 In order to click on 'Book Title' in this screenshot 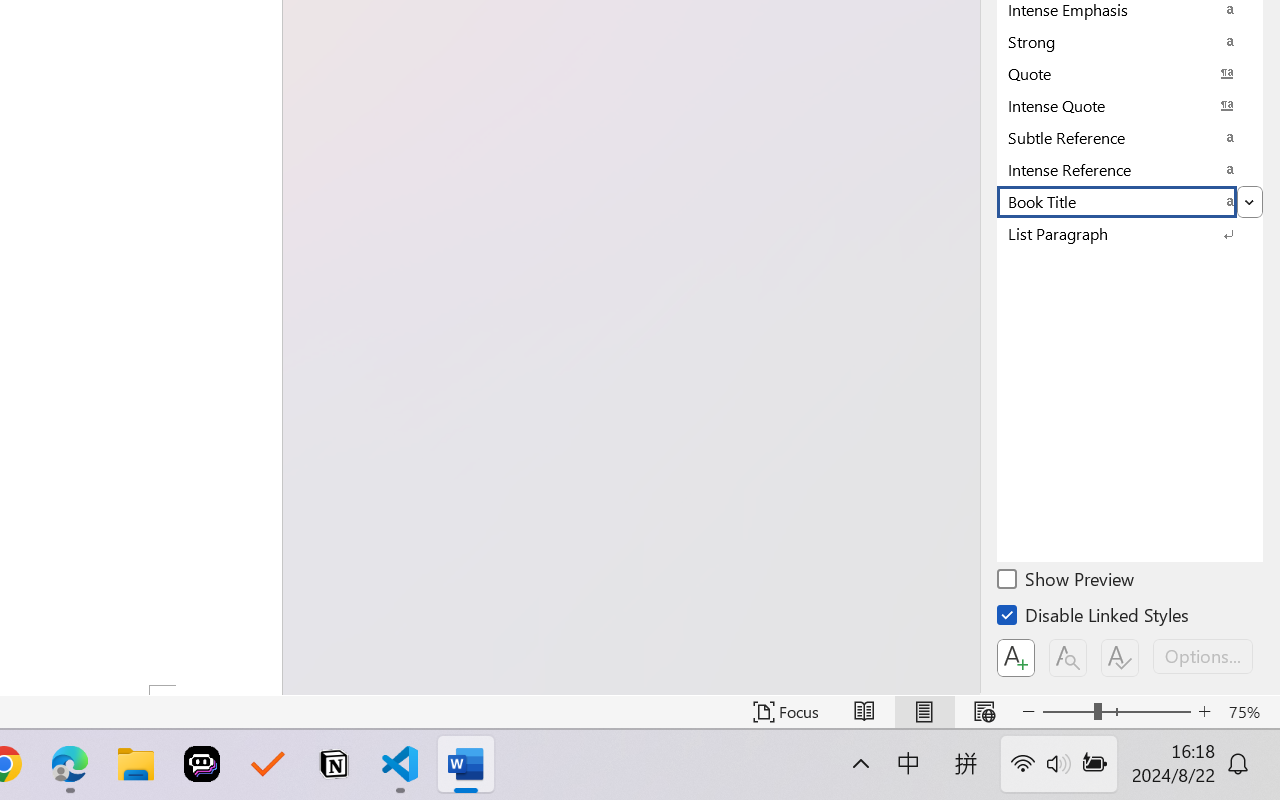, I will do `click(1130, 201)`.